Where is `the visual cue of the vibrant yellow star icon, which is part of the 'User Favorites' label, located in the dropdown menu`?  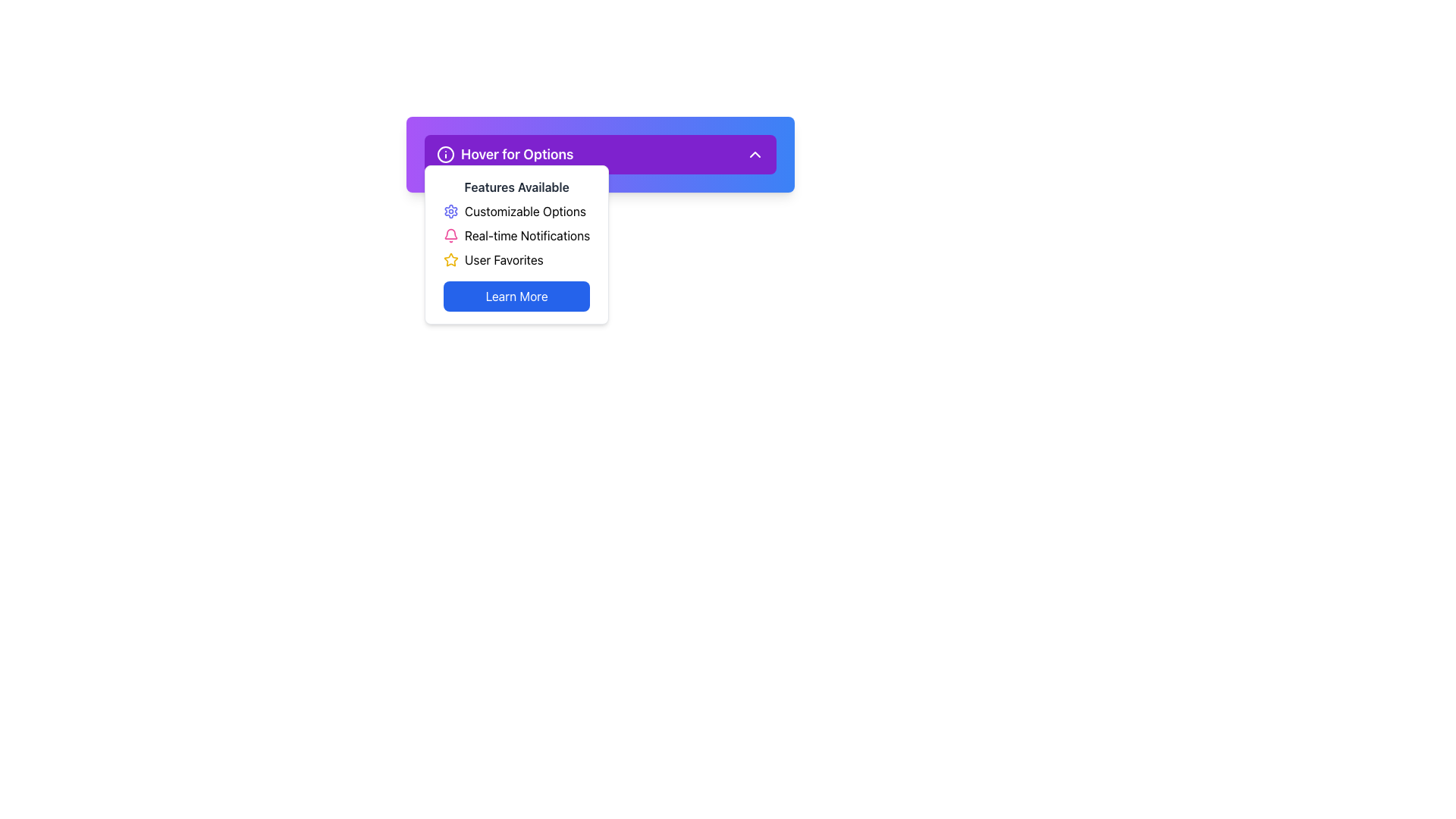
the visual cue of the vibrant yellow star icon, which is part of the 'User Favorites' label, located in the dropdown menu is located at coordinates (450, 259).